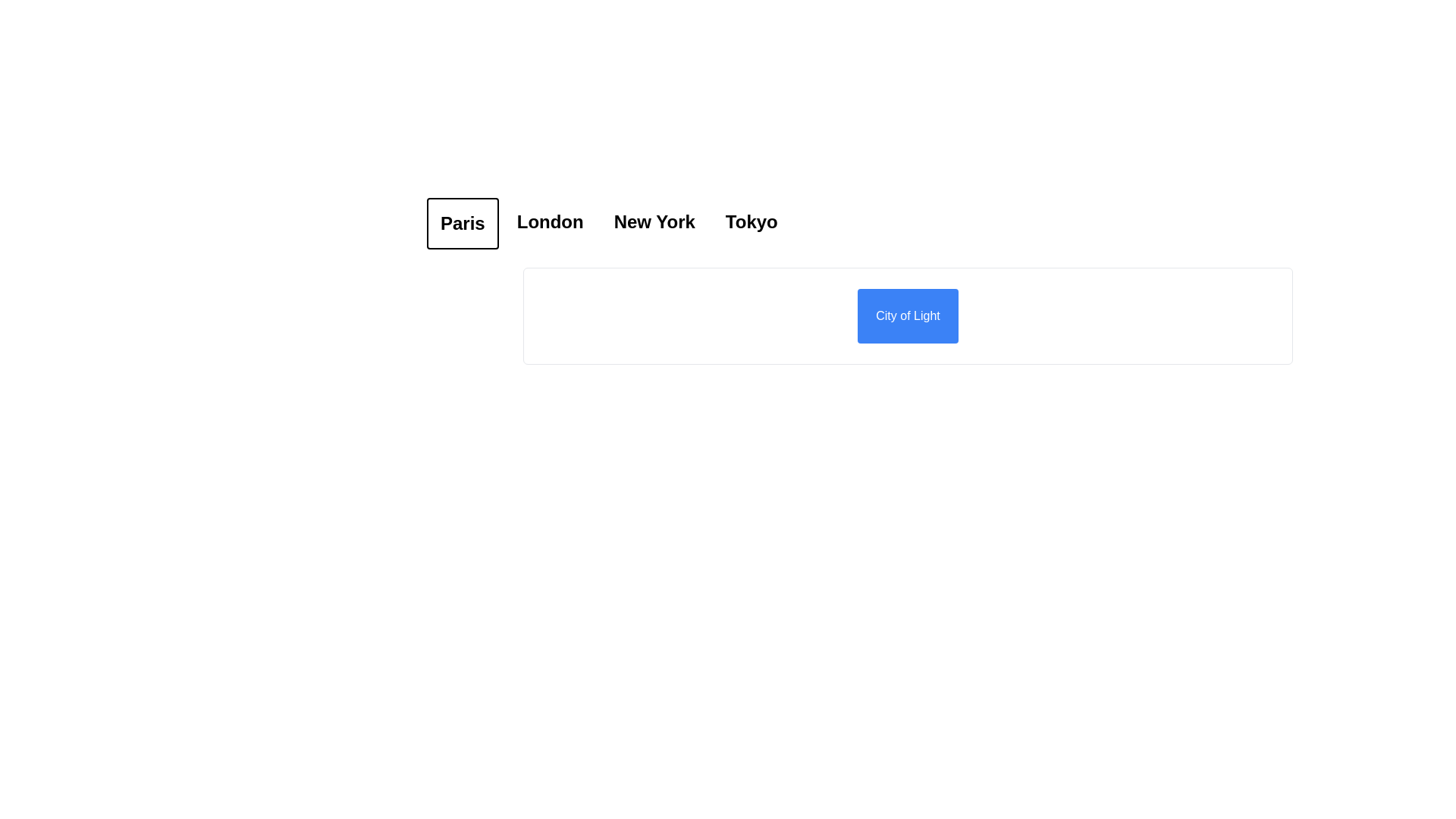  I want to click on the selectable label/button representing the city 'Tokyo', so click(752, 223).